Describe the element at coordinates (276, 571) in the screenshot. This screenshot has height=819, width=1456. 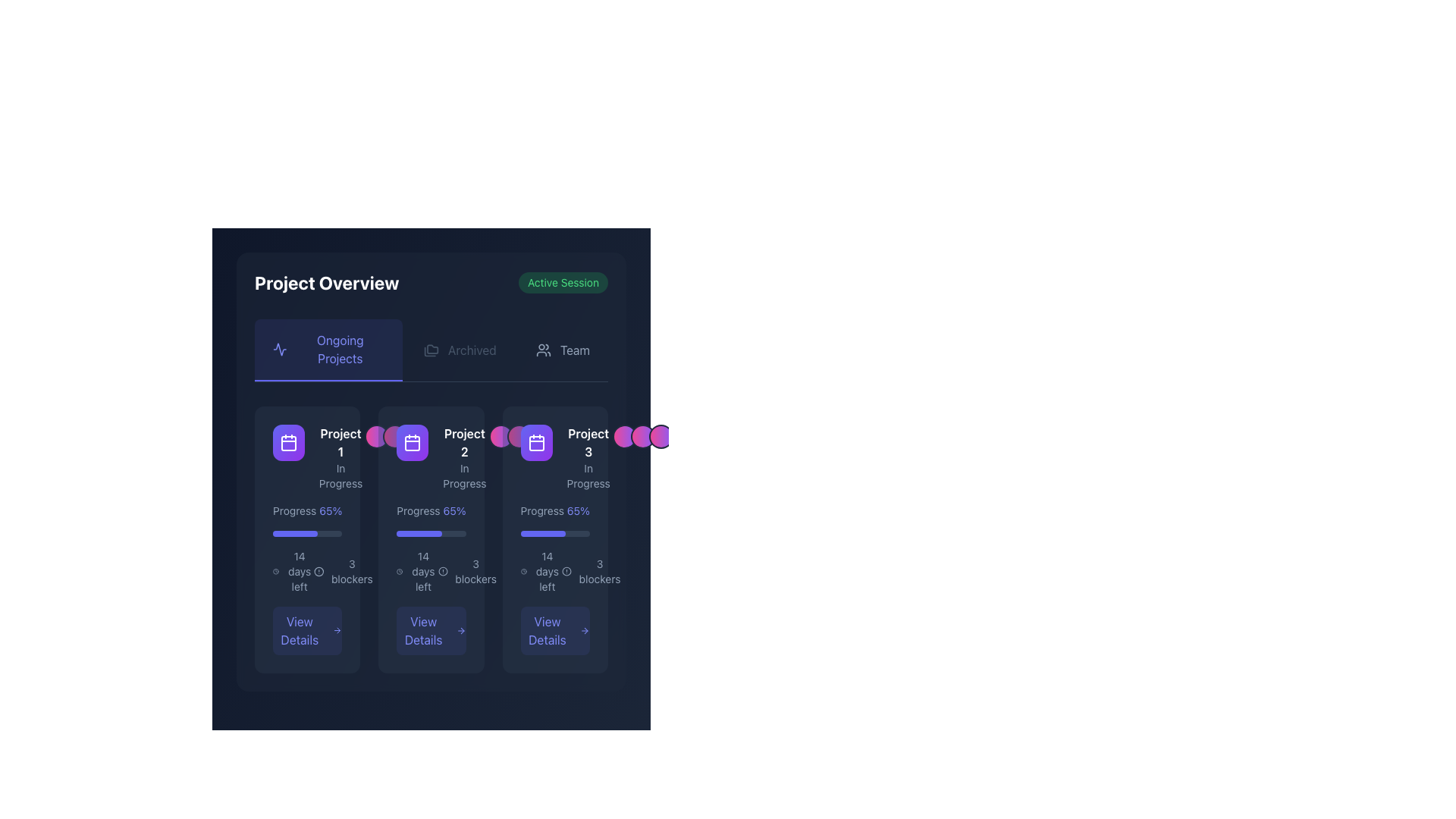
I see `the icon symbolizing a time-related concept located to the left of the text '14 days left' within the project details card` at that location.